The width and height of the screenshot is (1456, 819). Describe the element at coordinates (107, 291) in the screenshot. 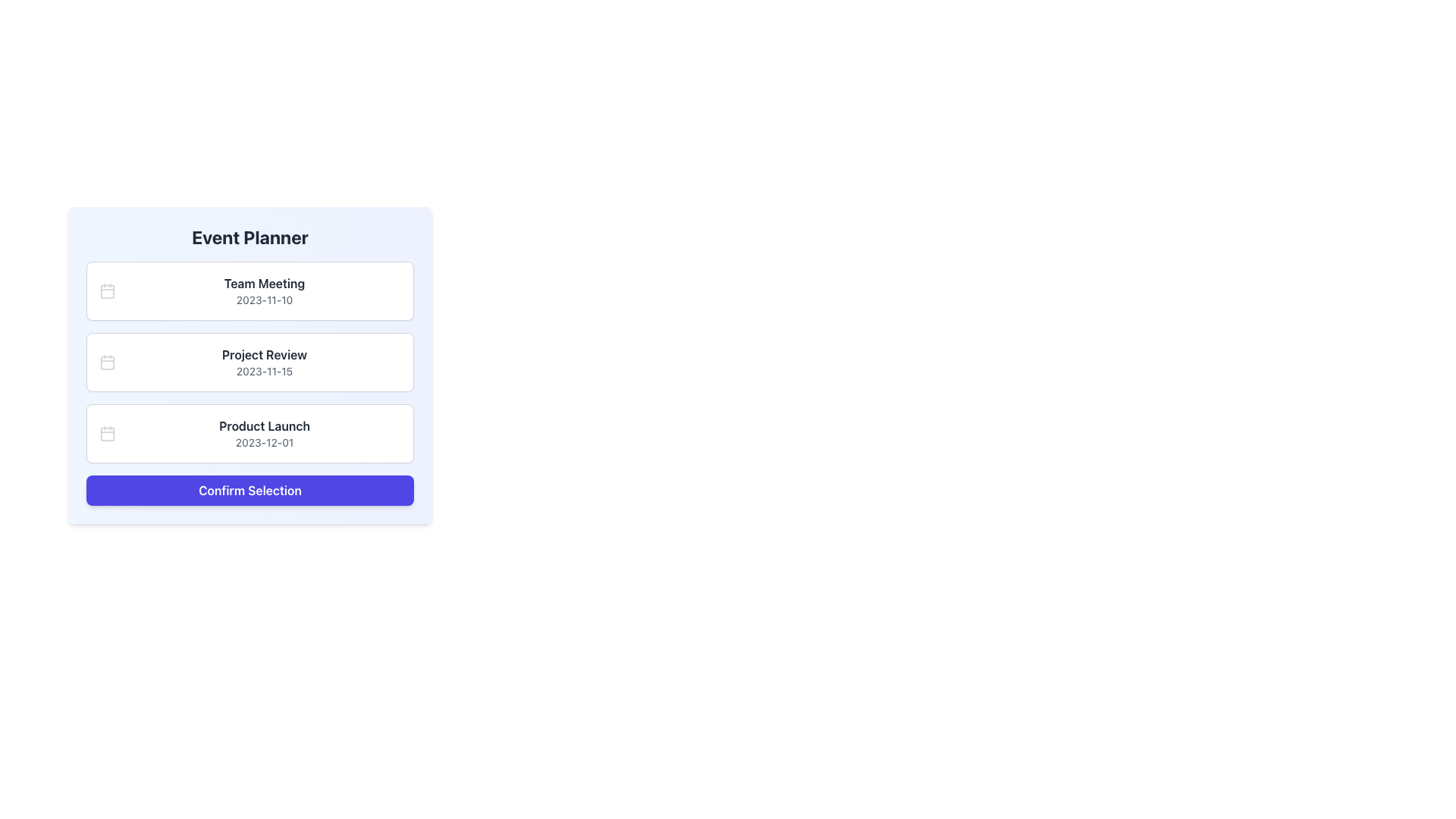

I see `the non-interactive calendar icon located in the top-left corner of the first row of events, specifically positioned left of 'Team Meeting' and above 'Project Review'` at that location.